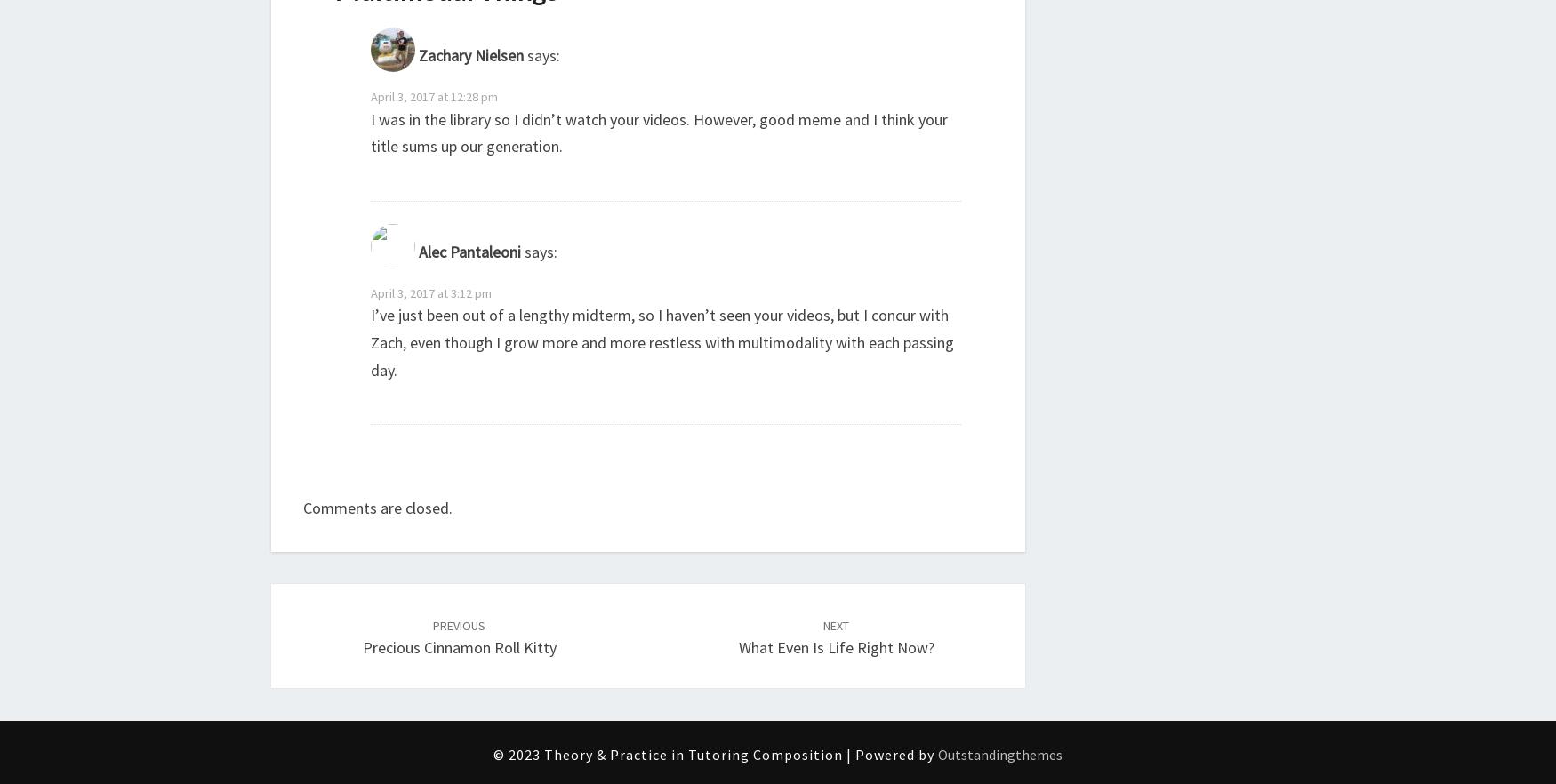 The image size is (1556, 784). Describe the element at coordinates (377, 508) in the screenshot. I see `'Comments are closed.'` at that location.